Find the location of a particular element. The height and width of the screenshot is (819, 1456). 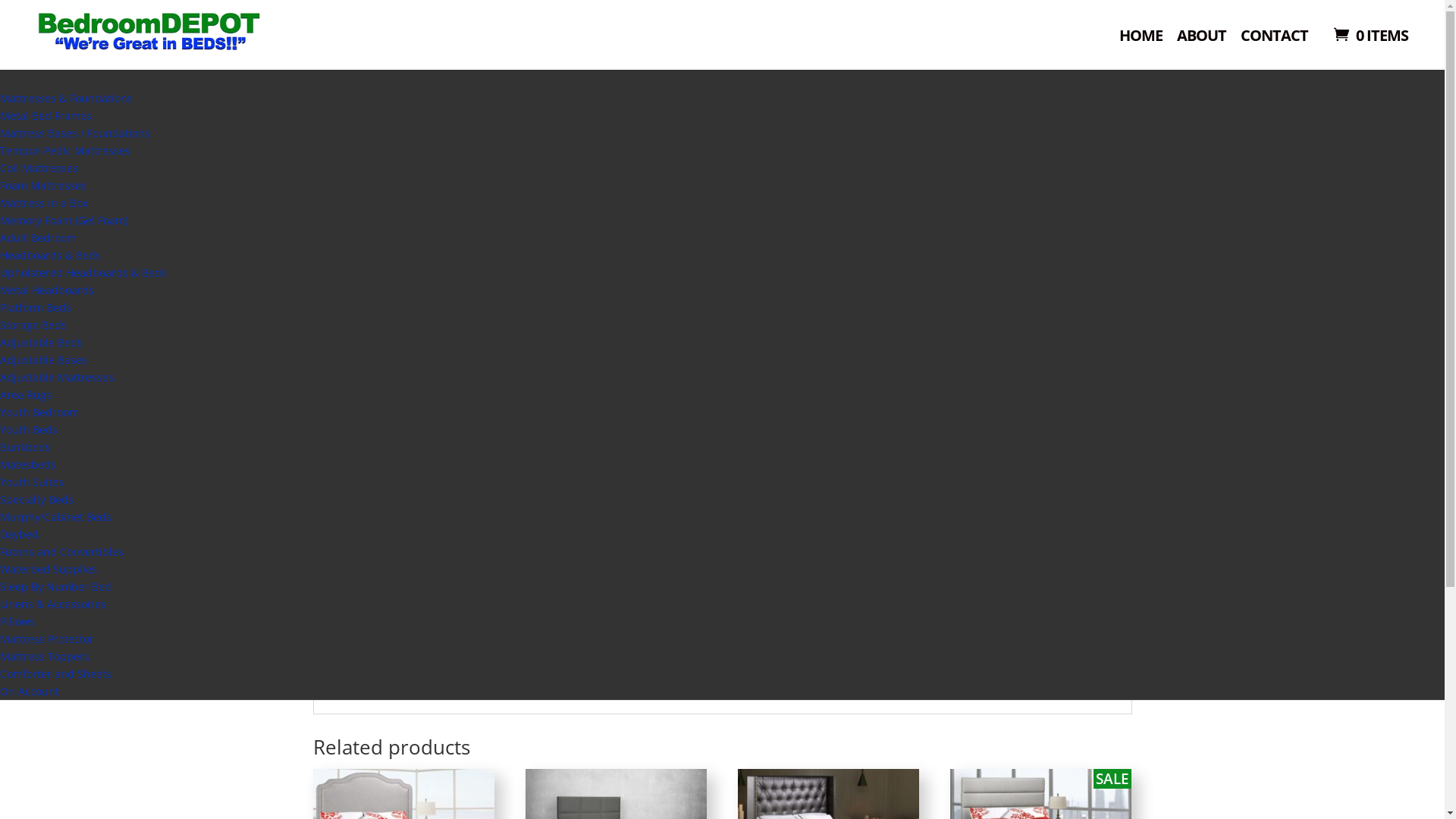

'Metal Headboards' is located at coordinates (47, 290).